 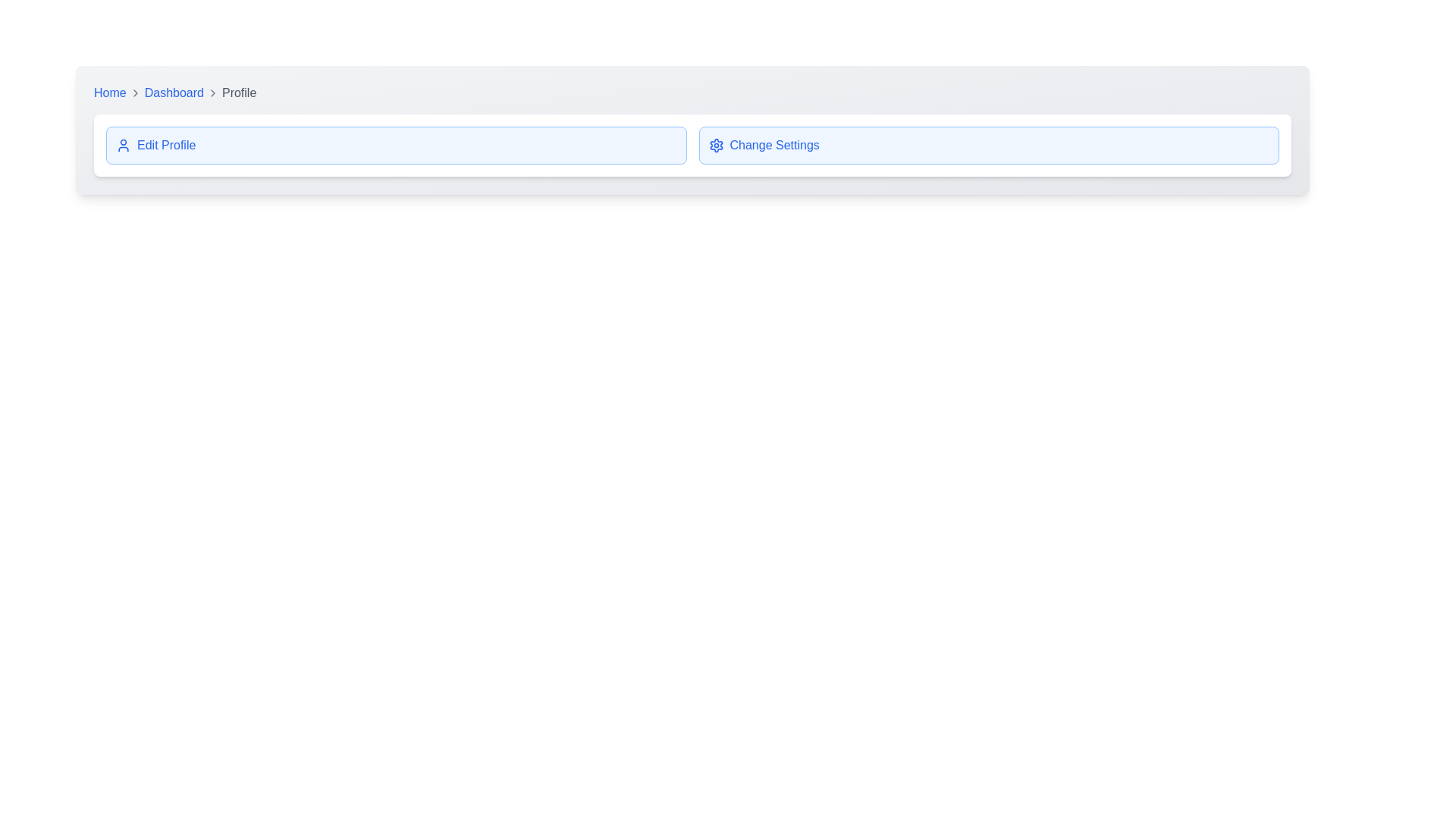 I want to click on the first hyperlink in the breadcrumb navigation, so click(x=174, y=93).